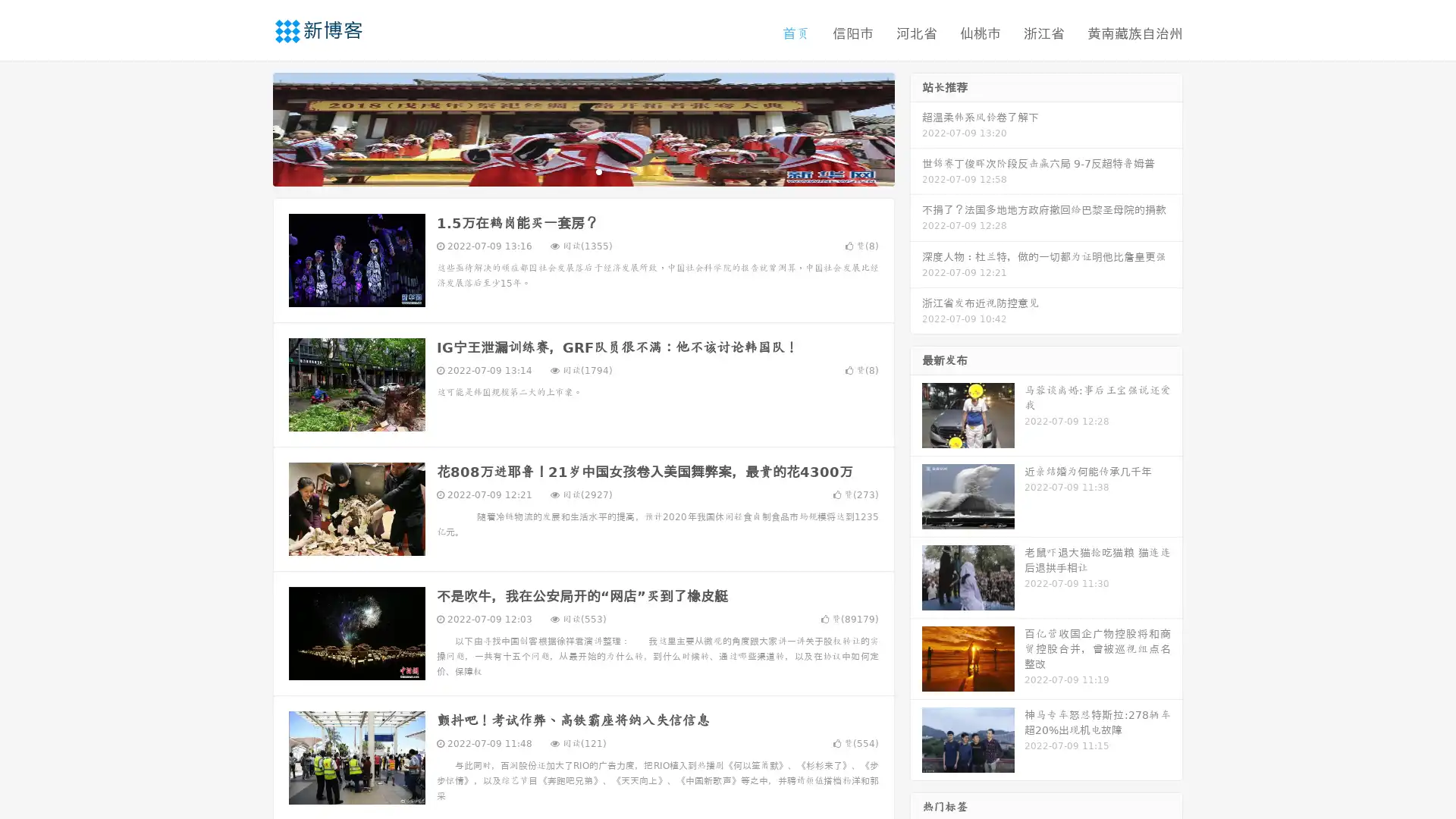  What do you see at coordinates (250, 127) in the screenshot?
I see `Previous slide` at bounding box center [250, 127].